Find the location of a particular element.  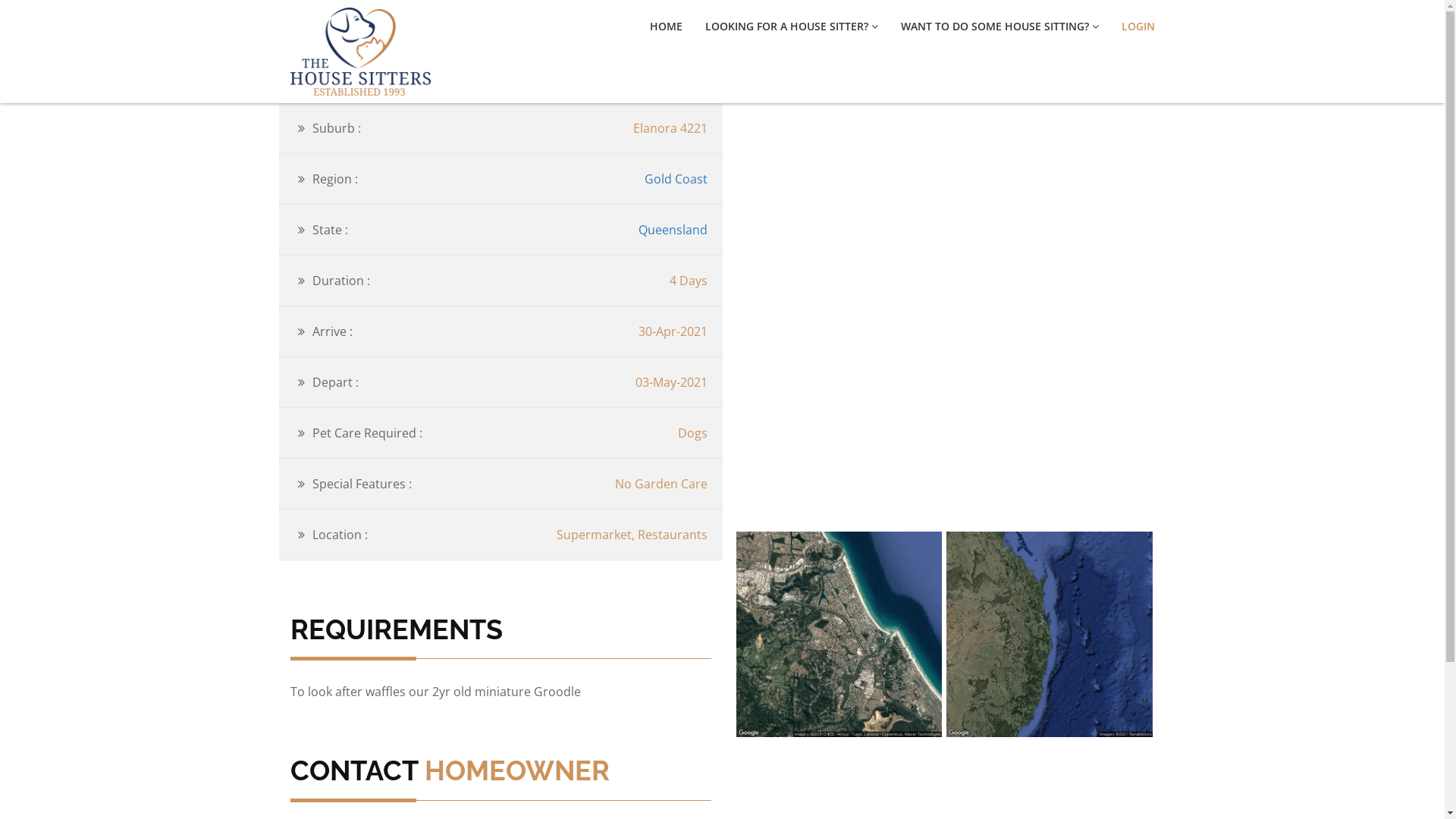

'LOOKING FOR A HOUSE SITTER?' is located at coordinates (790, 26).